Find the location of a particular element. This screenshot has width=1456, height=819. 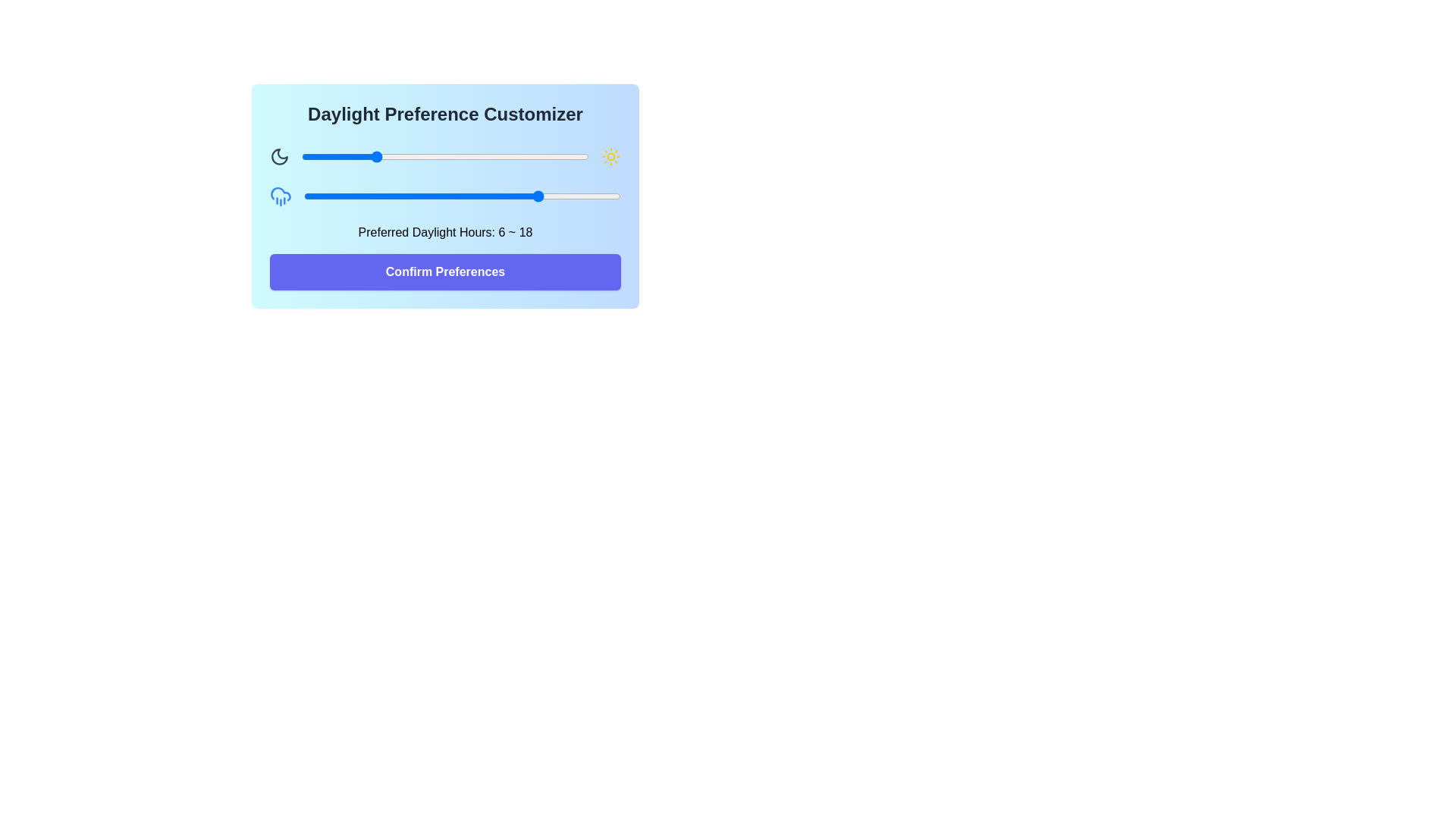

the crescent moon icon located in the upper left region of the daylight preference customizer interface, which serves as a toggle for night-related settings is located at coordinates (280, 157).